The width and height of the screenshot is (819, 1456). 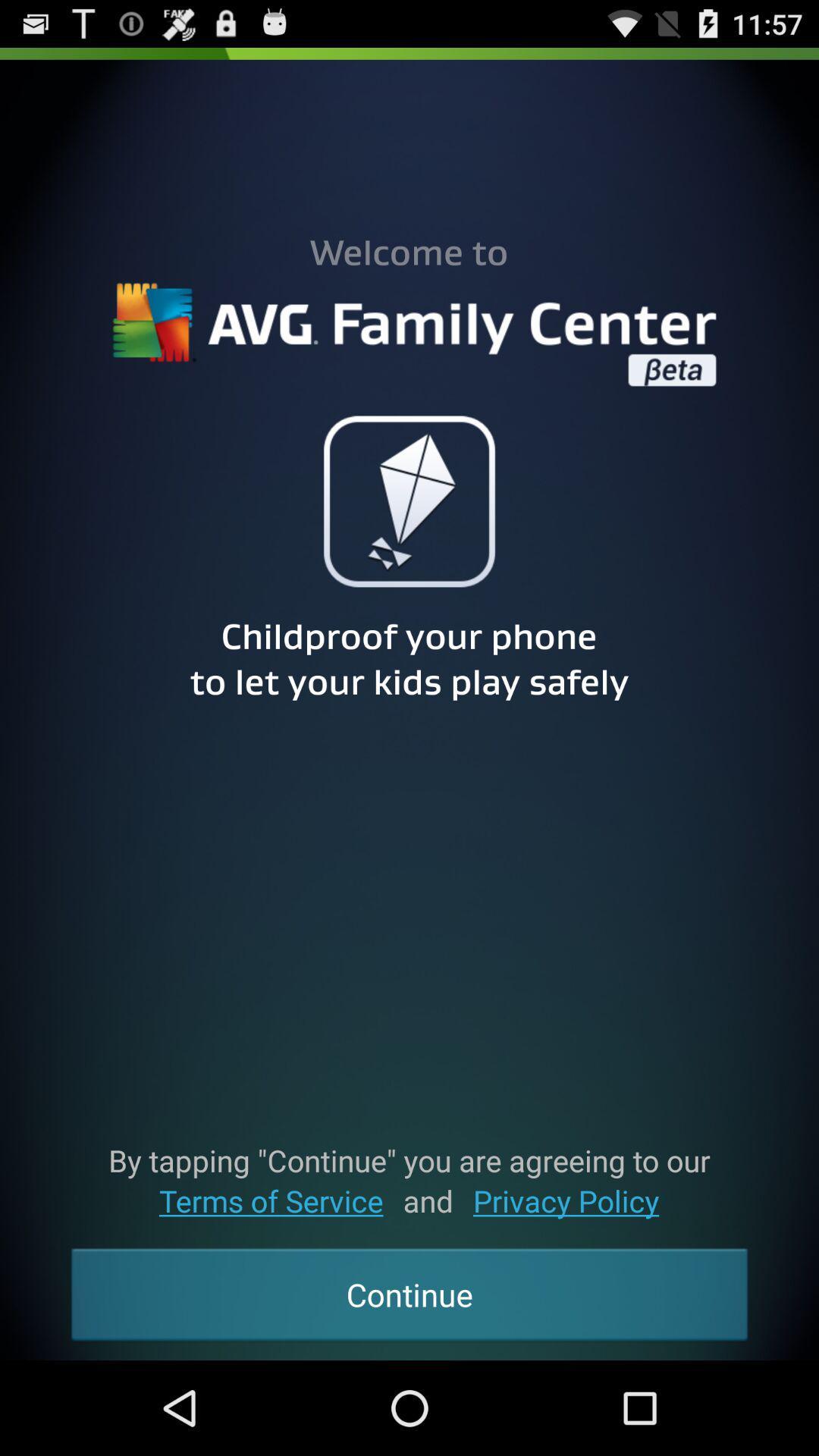 What do you see at coordinates (566, 1200) in the screenshot?
I see `the icon above continue icon` at bounding box center [566, 1200].